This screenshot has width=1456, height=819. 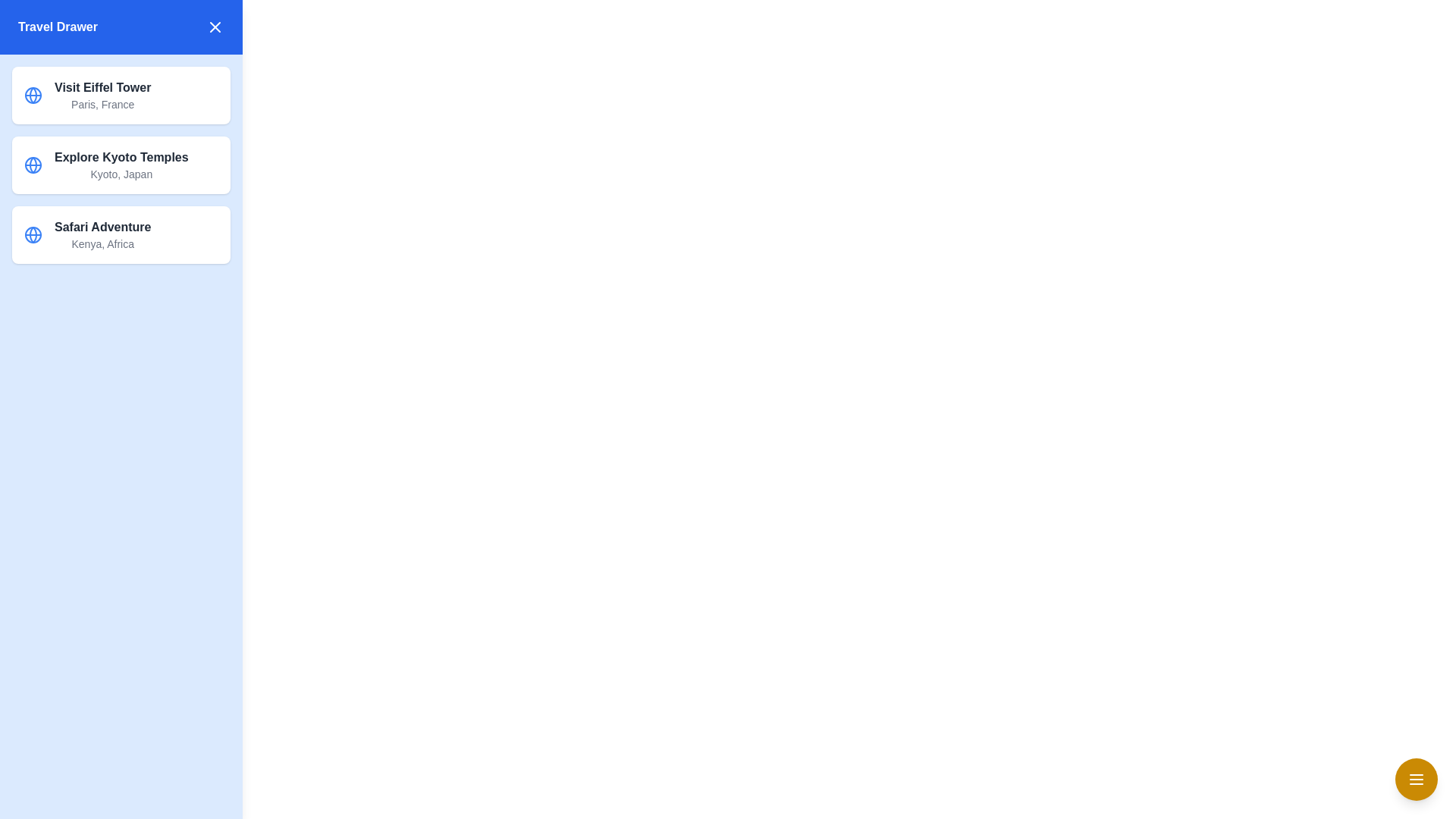 What do you see at coordinates (102, 104) in the screenshot?
I see `the text label displaying 'Paris, France', which is located below the bold text 'Visit Eiffel Tower' in the first card of the left-side panel` at bounding box center [102, 104].